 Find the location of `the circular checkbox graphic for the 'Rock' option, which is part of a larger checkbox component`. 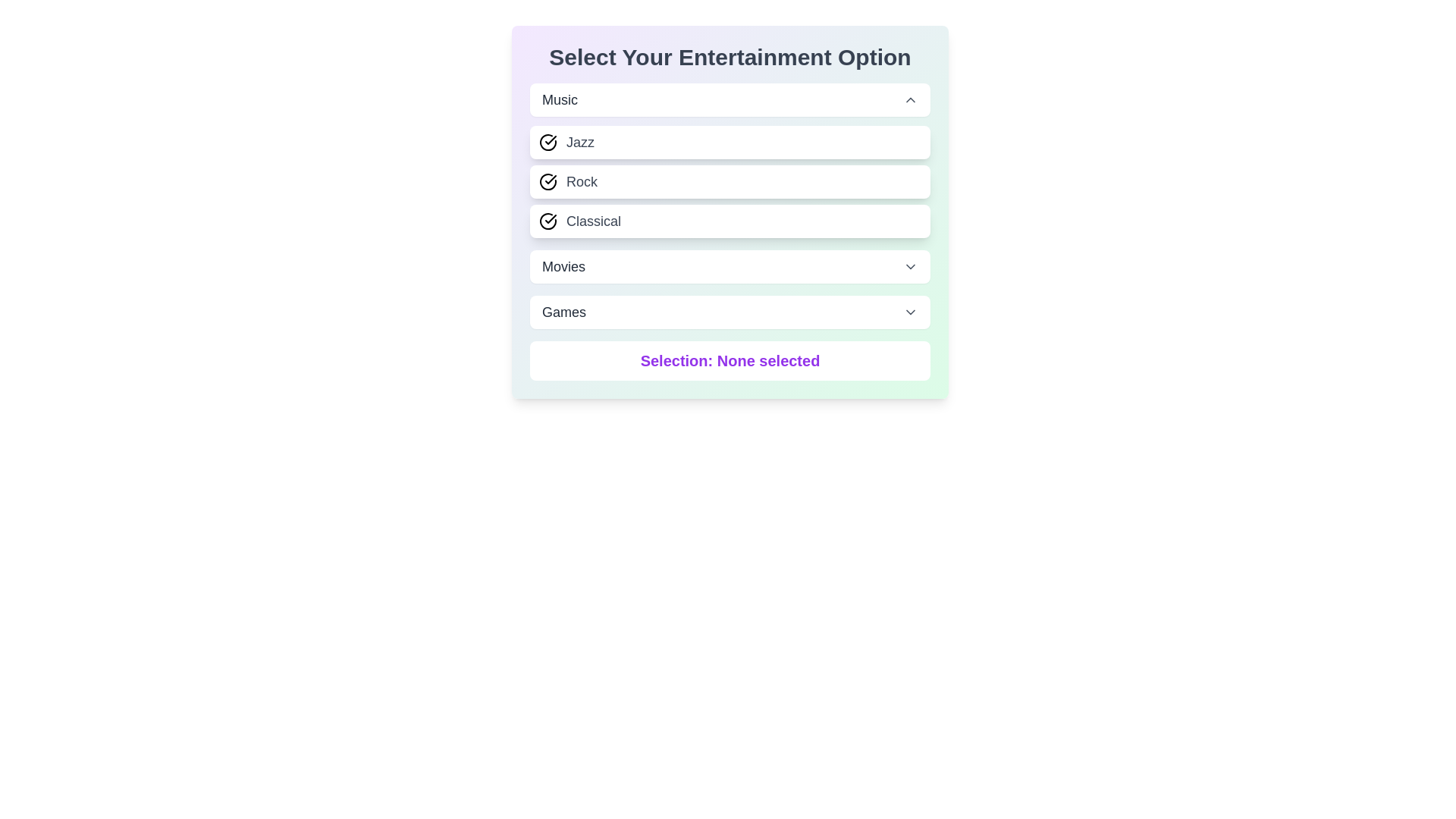

the circular checkbox graphic for the 'Rock' option, which is part of a larger checkbox component is located at coordinates (548, 180).